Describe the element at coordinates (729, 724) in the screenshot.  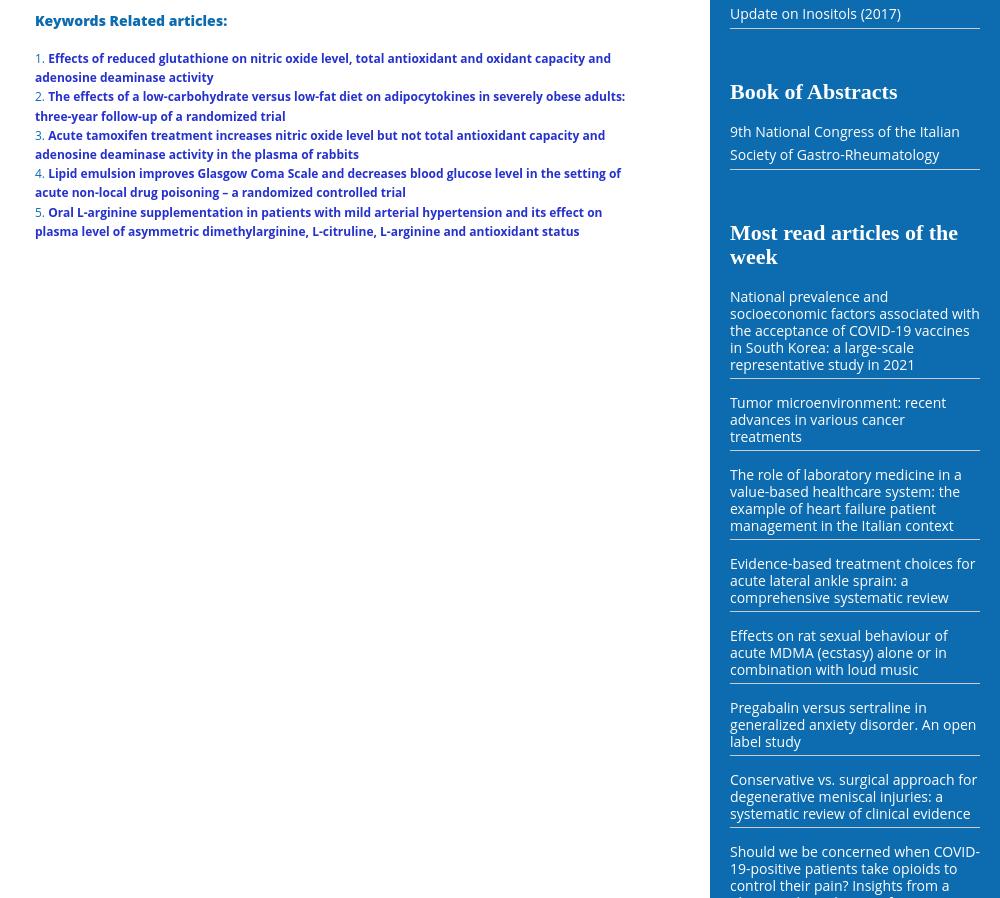
I see `'Pregabalin versus sertraline in generalized anxiety disorder. An open label study'` at that location.